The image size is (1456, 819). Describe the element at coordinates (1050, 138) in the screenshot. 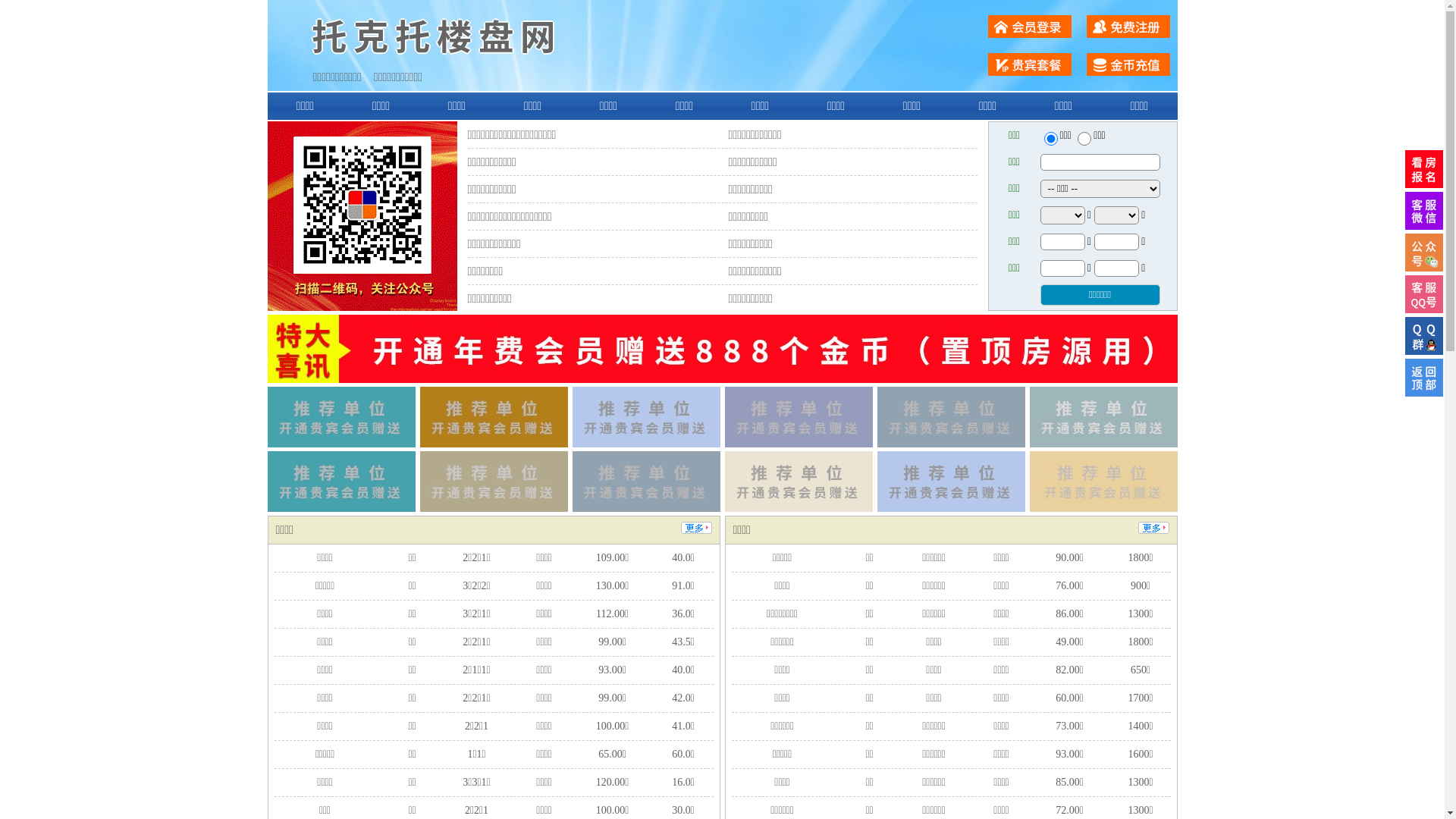

I see `'ershou'` at that location.